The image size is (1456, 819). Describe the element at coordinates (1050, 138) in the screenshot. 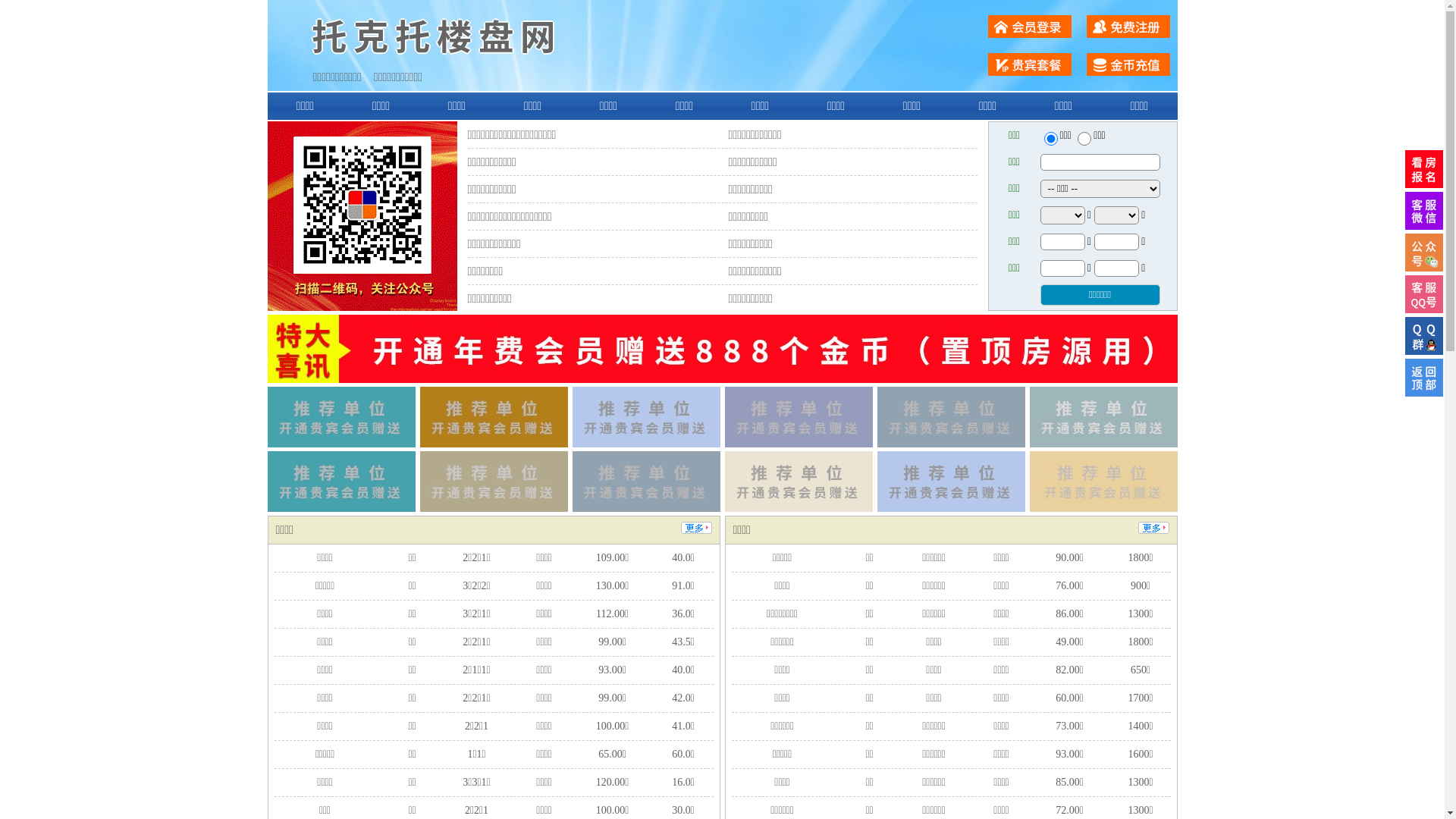

I see `'ershou'` at that location.